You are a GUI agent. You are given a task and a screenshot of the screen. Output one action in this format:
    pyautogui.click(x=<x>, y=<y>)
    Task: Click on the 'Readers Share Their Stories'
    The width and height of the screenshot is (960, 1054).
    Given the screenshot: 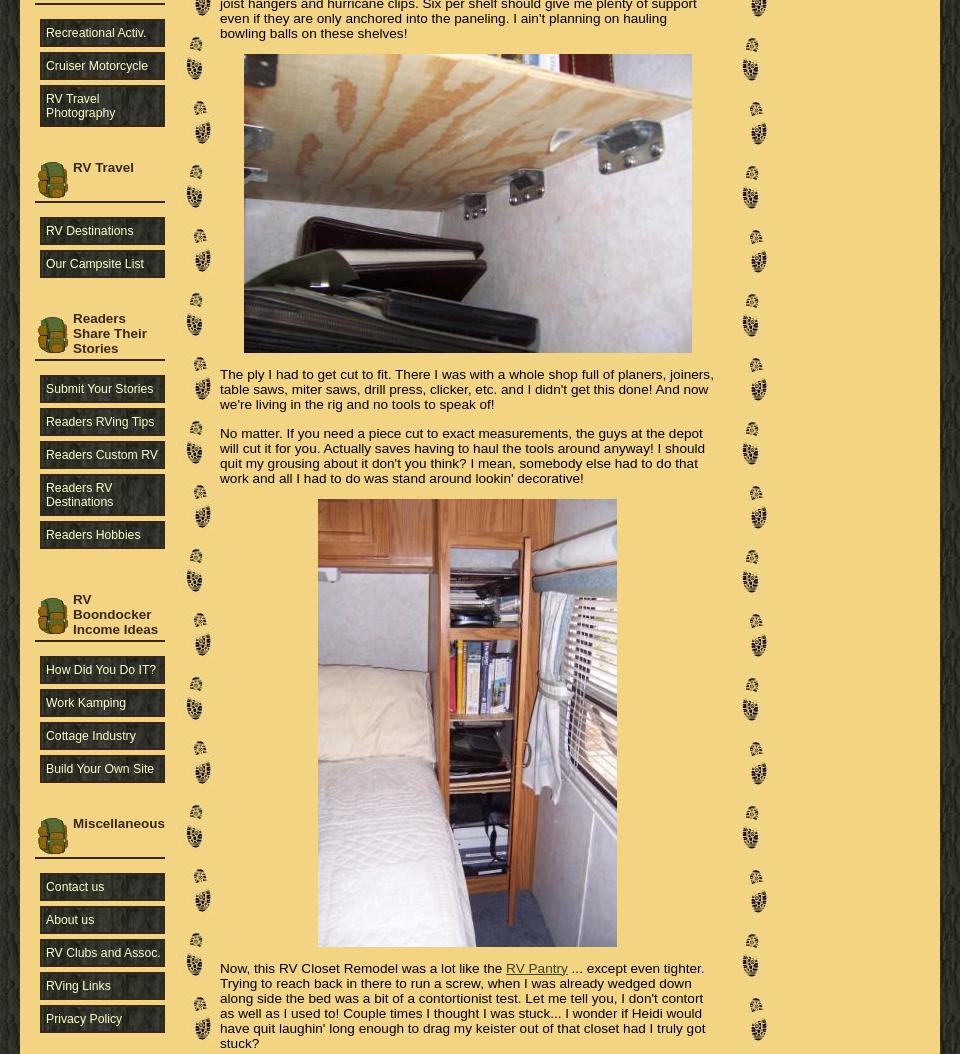 What is the action you would take?
    pyautogui.click(x=109, y=332)
    